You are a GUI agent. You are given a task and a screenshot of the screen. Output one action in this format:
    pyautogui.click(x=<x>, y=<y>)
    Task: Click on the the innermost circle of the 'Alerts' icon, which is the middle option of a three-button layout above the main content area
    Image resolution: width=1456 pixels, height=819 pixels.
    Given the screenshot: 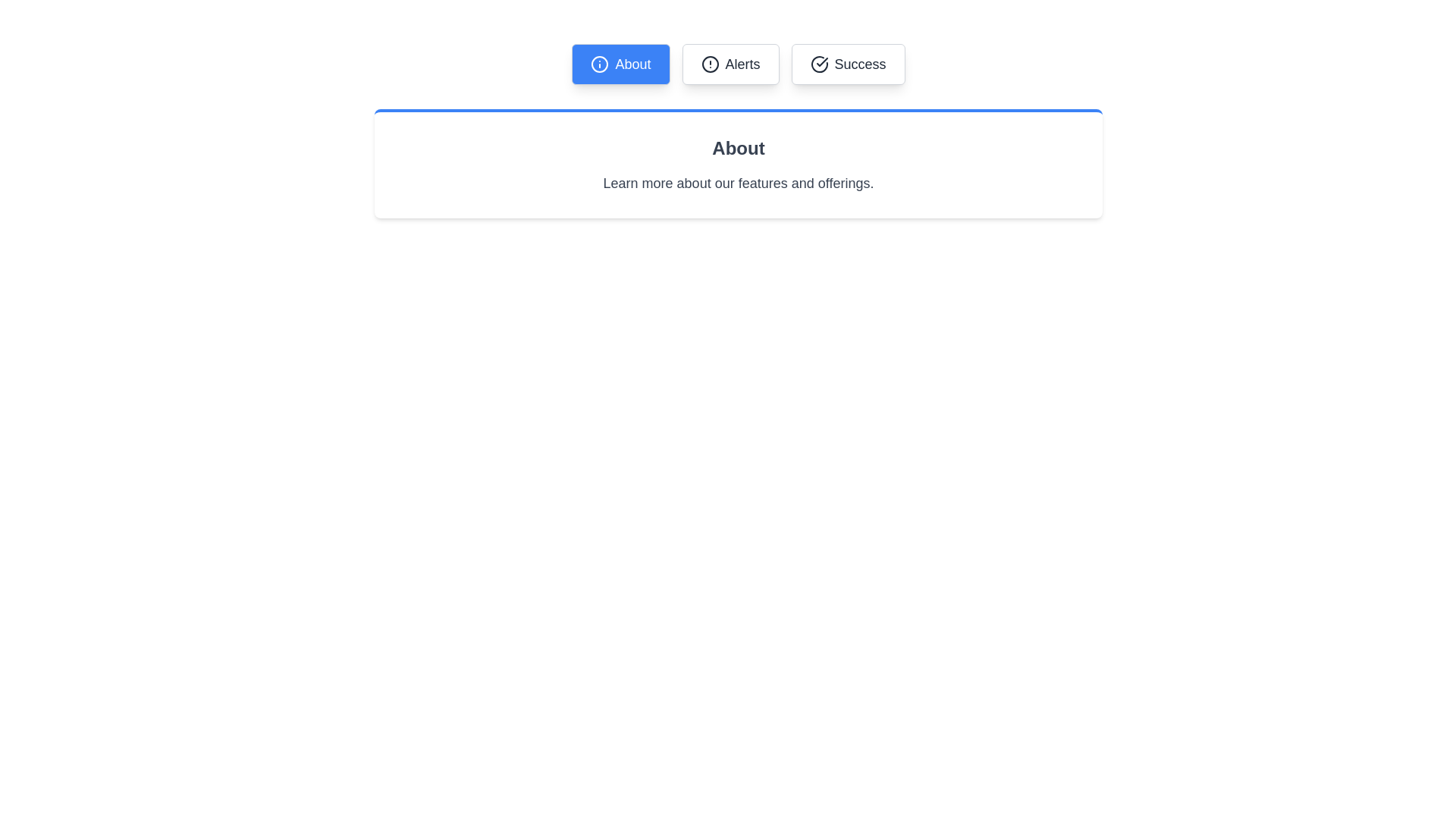 What is the action you would take?
    pyautogui.click(x=709, y=63)
    